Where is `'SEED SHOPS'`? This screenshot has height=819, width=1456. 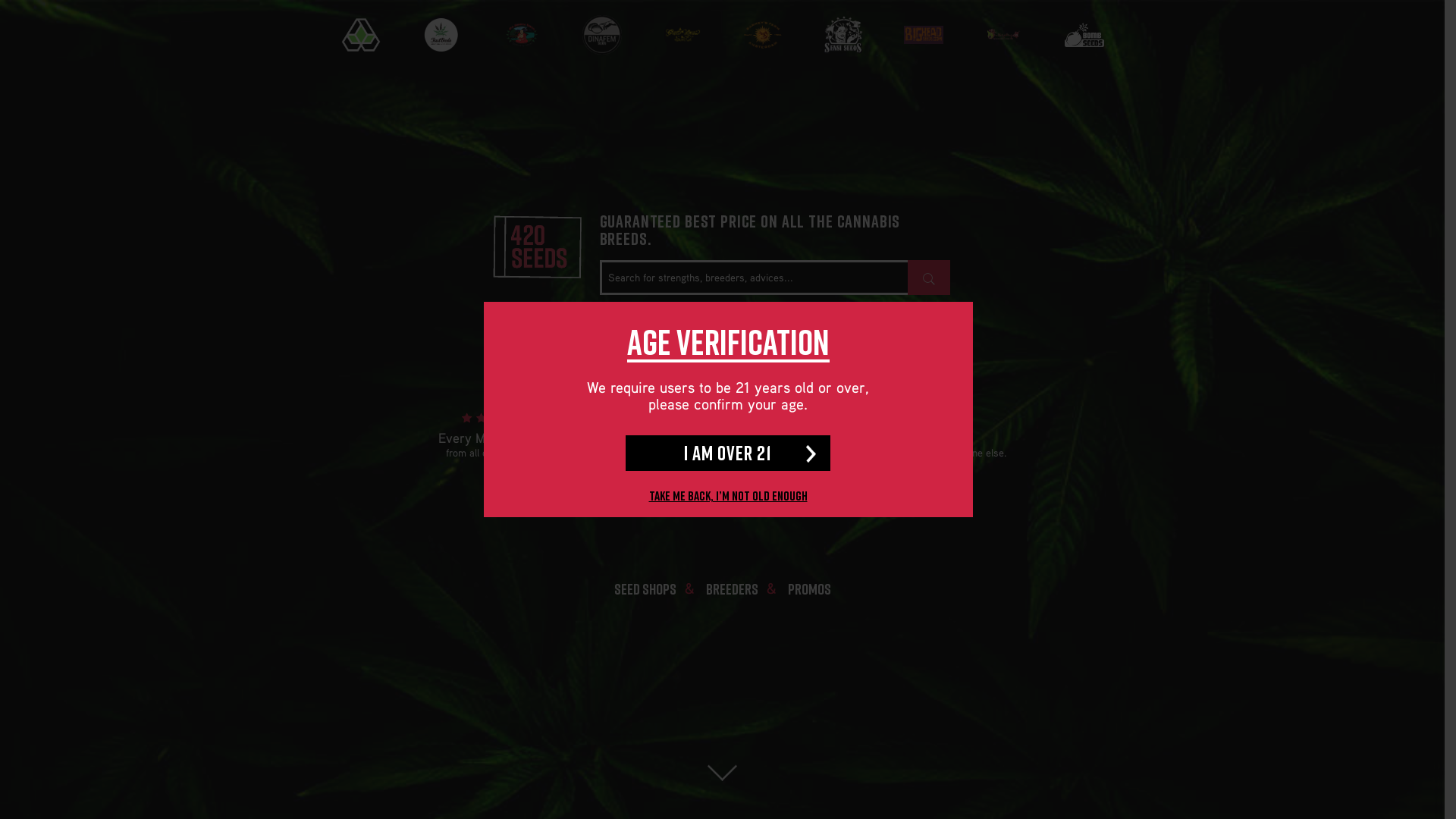 'SEED SHOPS' is located at coordinates (645, 587).